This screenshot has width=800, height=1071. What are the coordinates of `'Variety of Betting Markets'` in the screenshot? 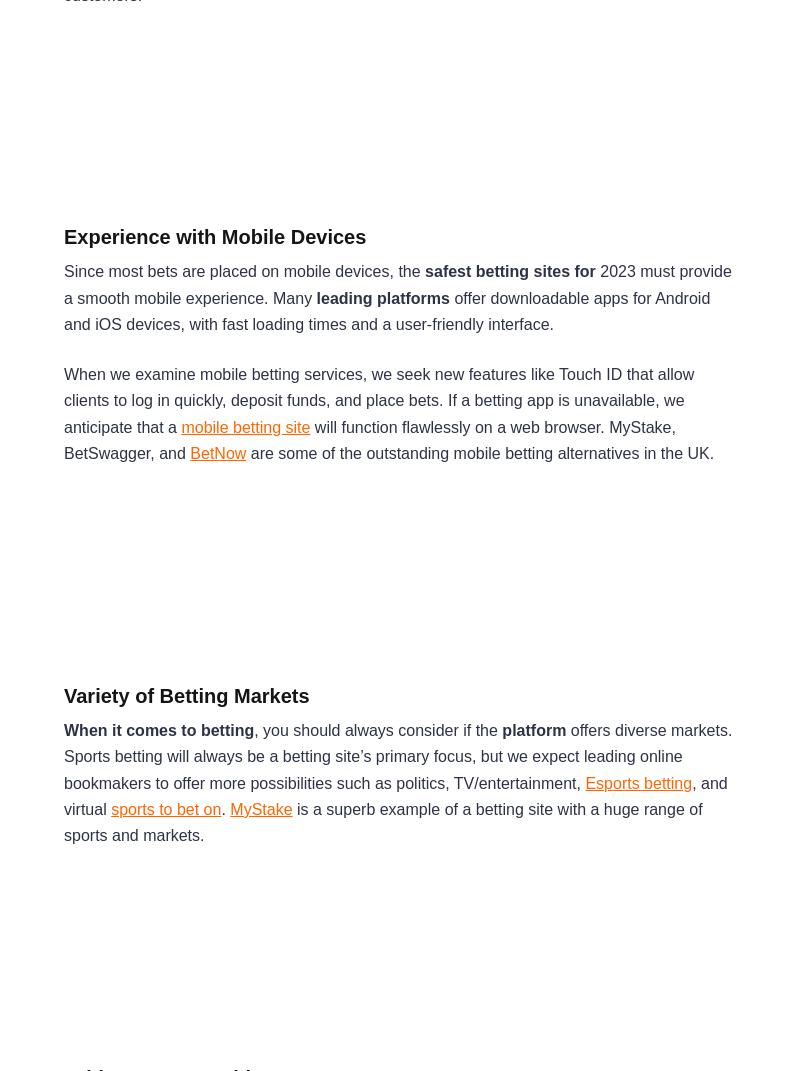 It's located at (185, 694).